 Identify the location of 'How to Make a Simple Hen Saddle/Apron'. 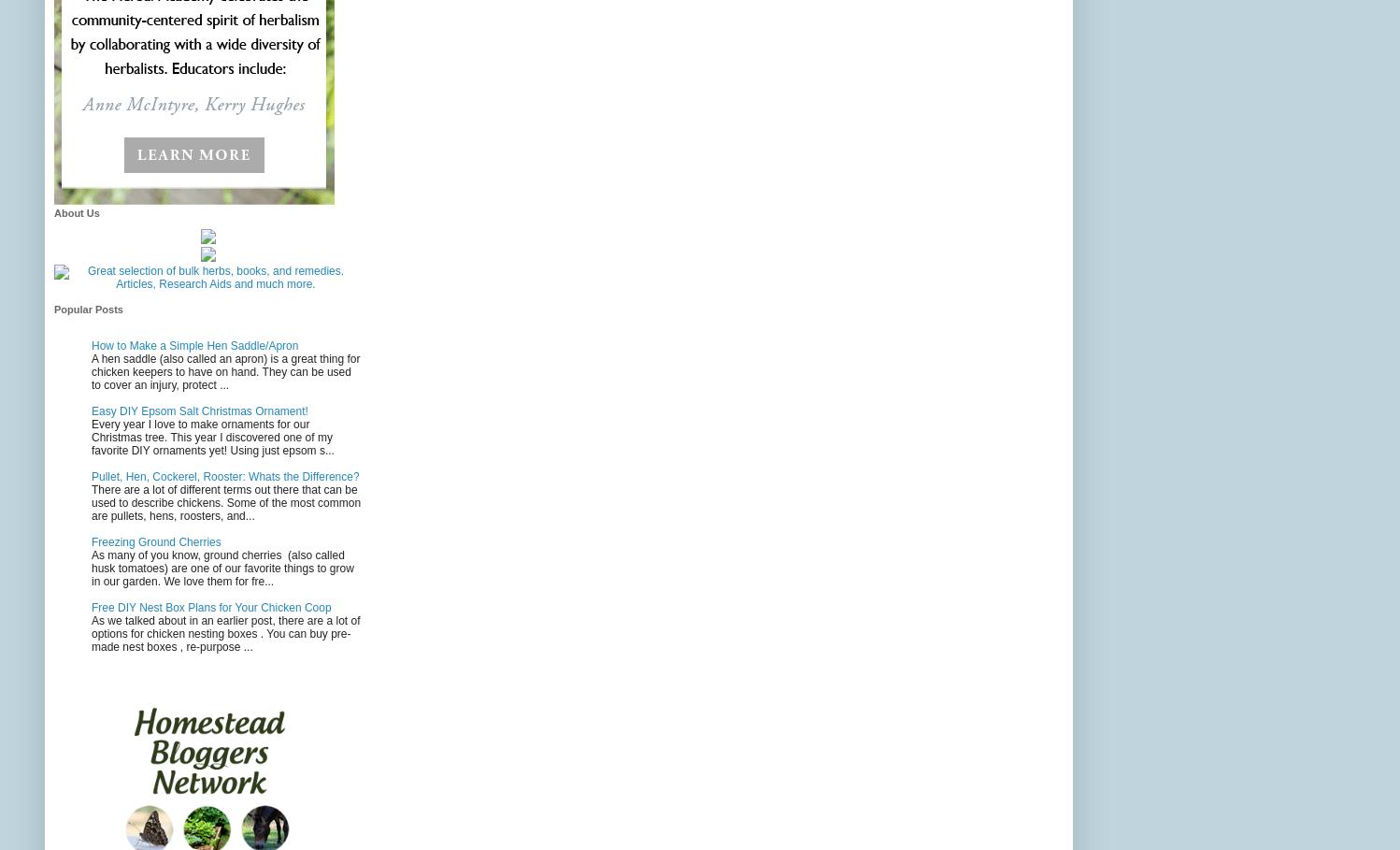
(193, 344).